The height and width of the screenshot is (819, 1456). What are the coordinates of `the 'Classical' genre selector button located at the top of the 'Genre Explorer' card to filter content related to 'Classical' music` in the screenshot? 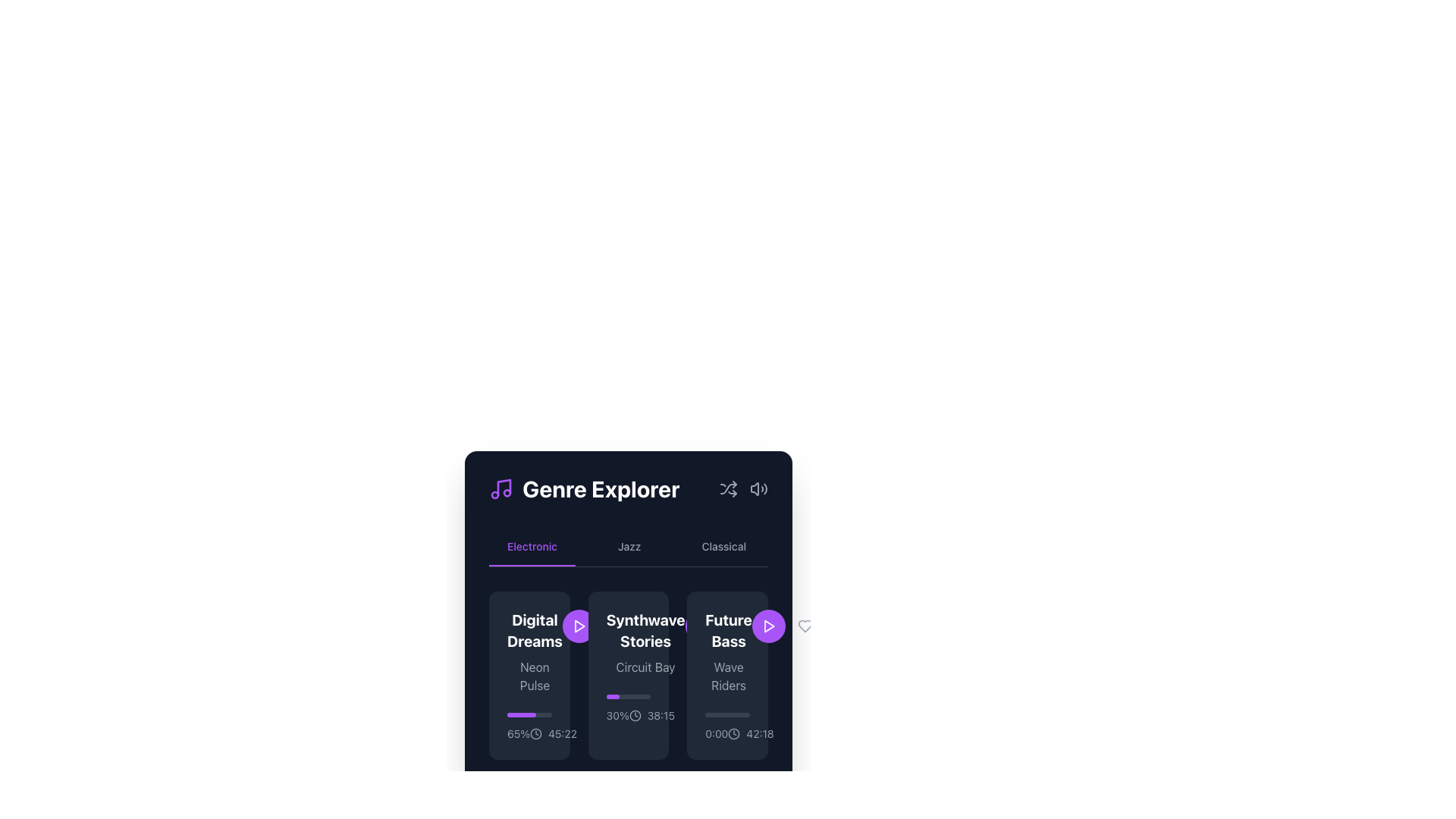 It's located at (723, 547).